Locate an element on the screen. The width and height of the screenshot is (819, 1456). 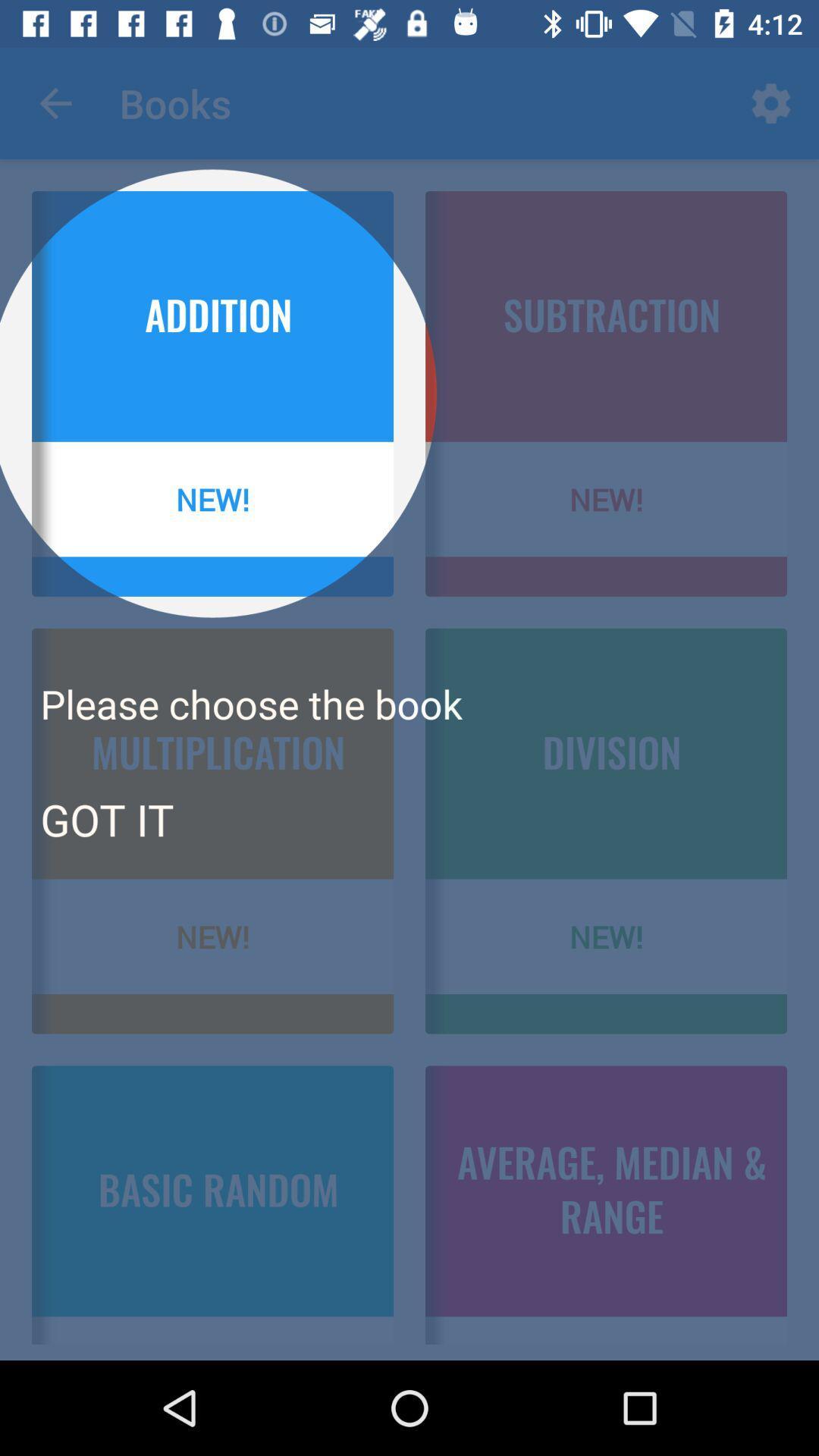
the got it icon is located at coordinates (106, 818).